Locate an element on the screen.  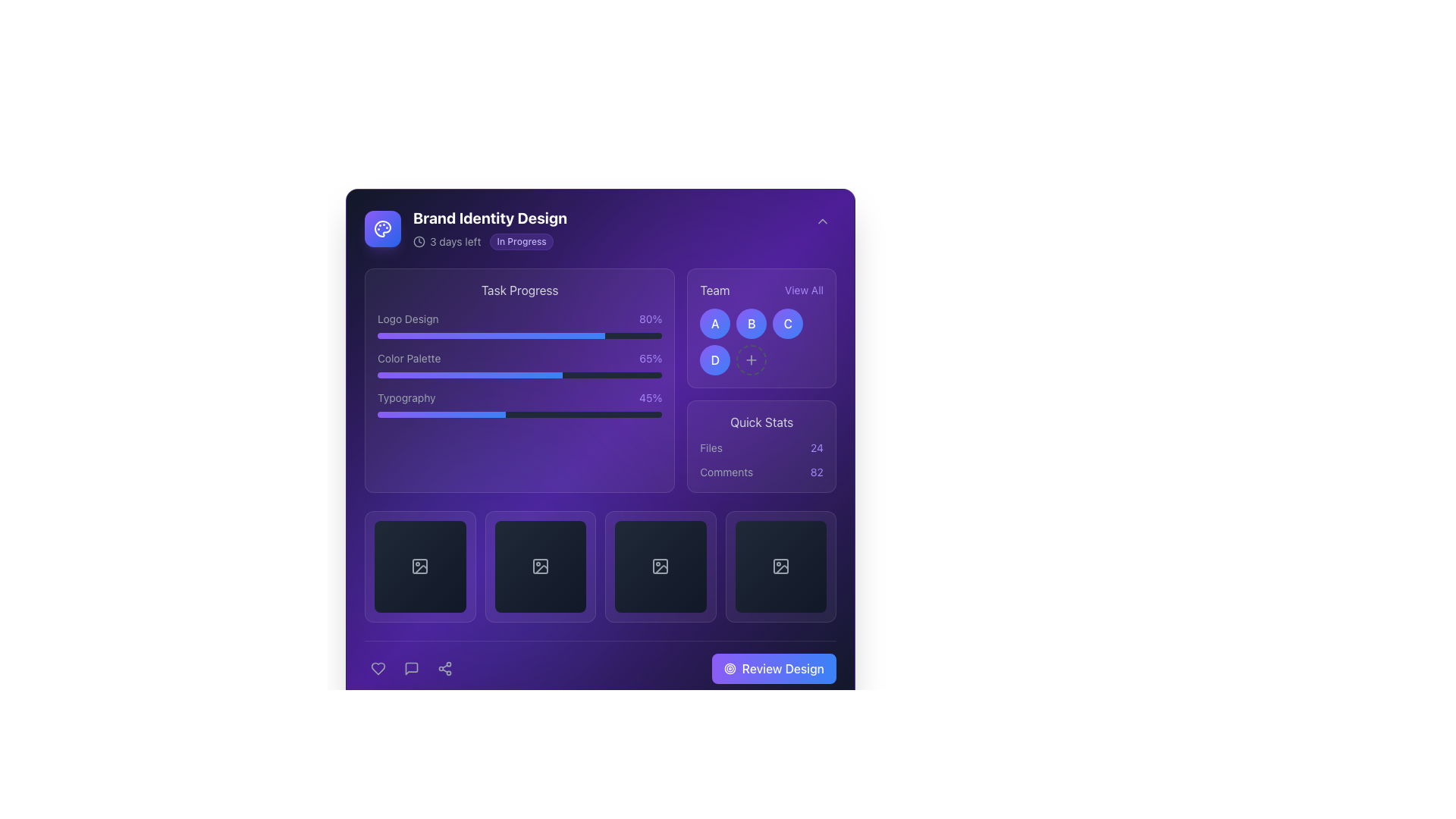
the text block with embedded status indicator to select it for editing or interaction is located at coordinates (490, 228).